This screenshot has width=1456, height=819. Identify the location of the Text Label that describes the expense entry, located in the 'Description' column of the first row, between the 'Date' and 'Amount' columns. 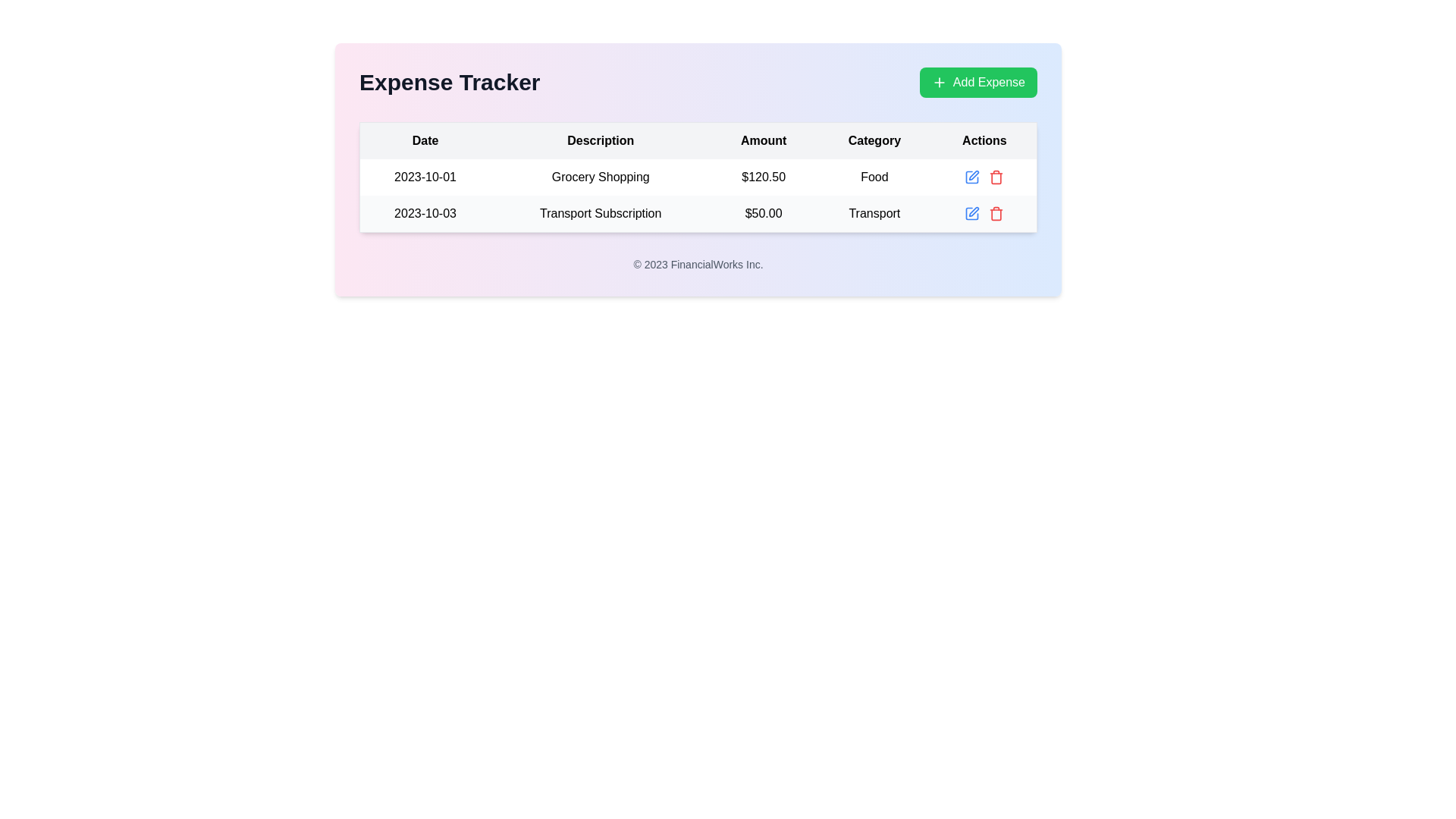
(600, 177).